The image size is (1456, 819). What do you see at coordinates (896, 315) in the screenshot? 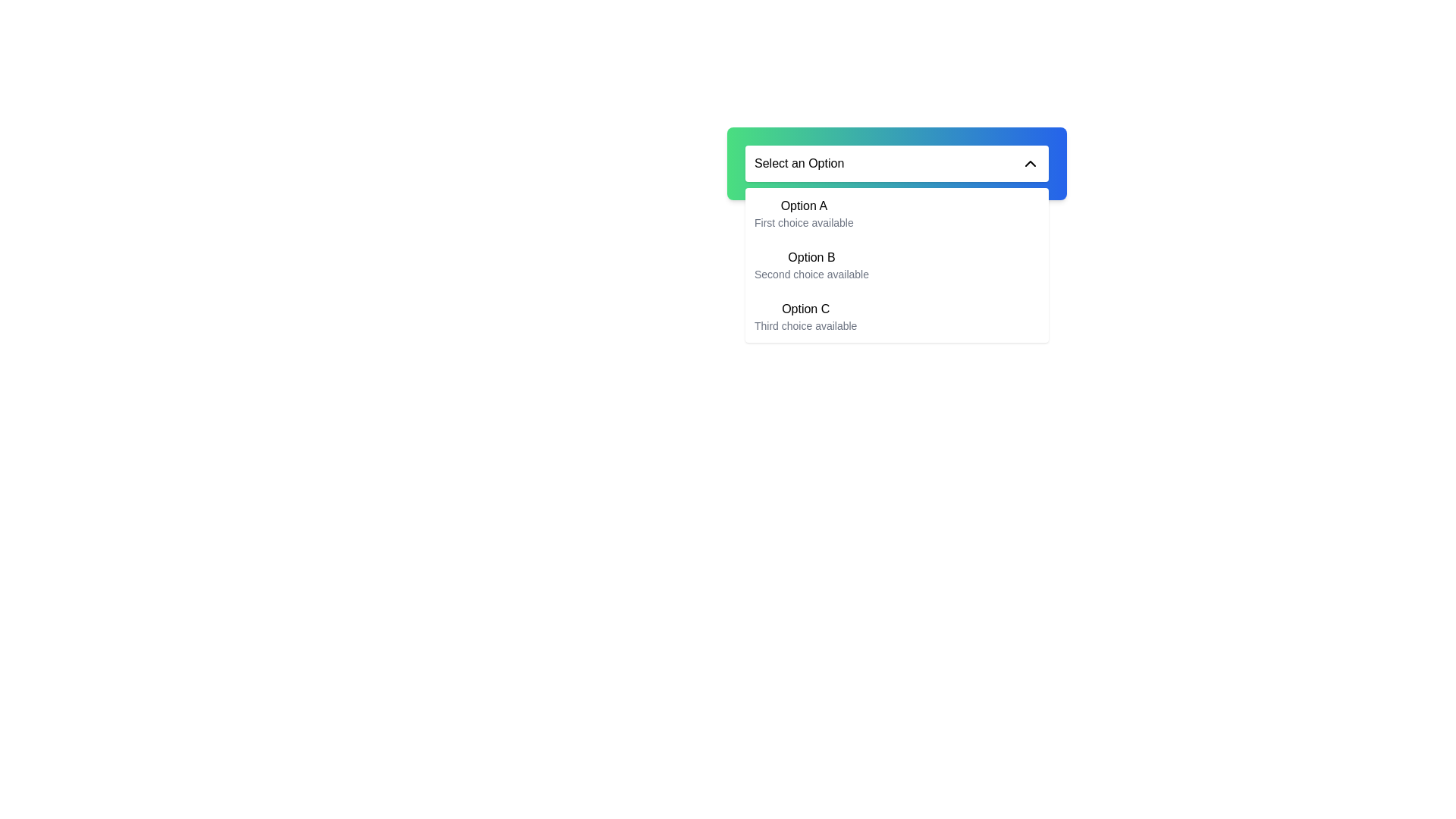
I see `the dropdown menu option labeled 'Option C' which is bolded and styled with a smaller gray font for the description 'Third choice available'` at bounding box center [896, 315].